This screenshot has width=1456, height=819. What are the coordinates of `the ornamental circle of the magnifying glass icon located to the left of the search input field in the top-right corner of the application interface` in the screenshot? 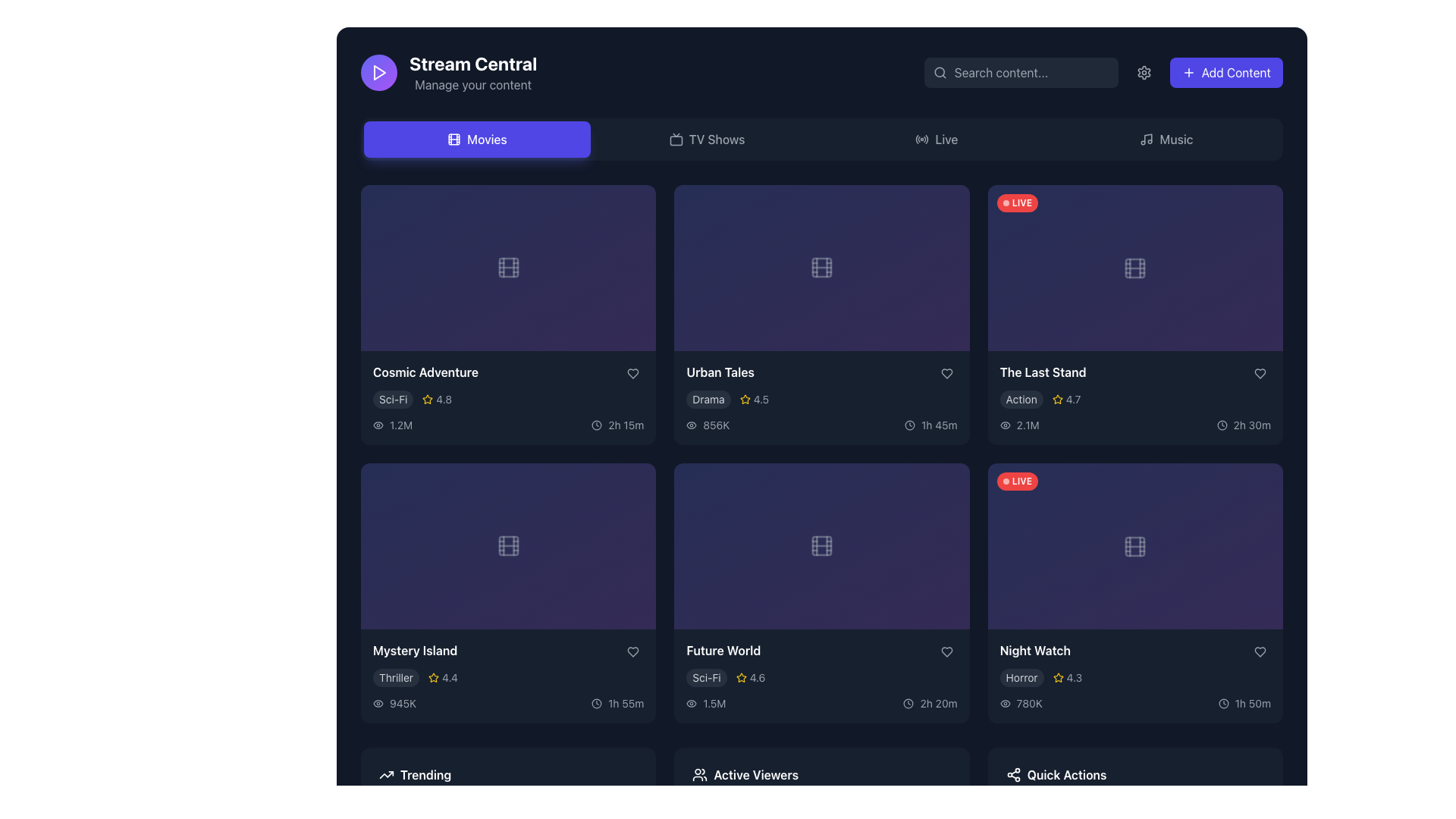 It's located at (938, 72).